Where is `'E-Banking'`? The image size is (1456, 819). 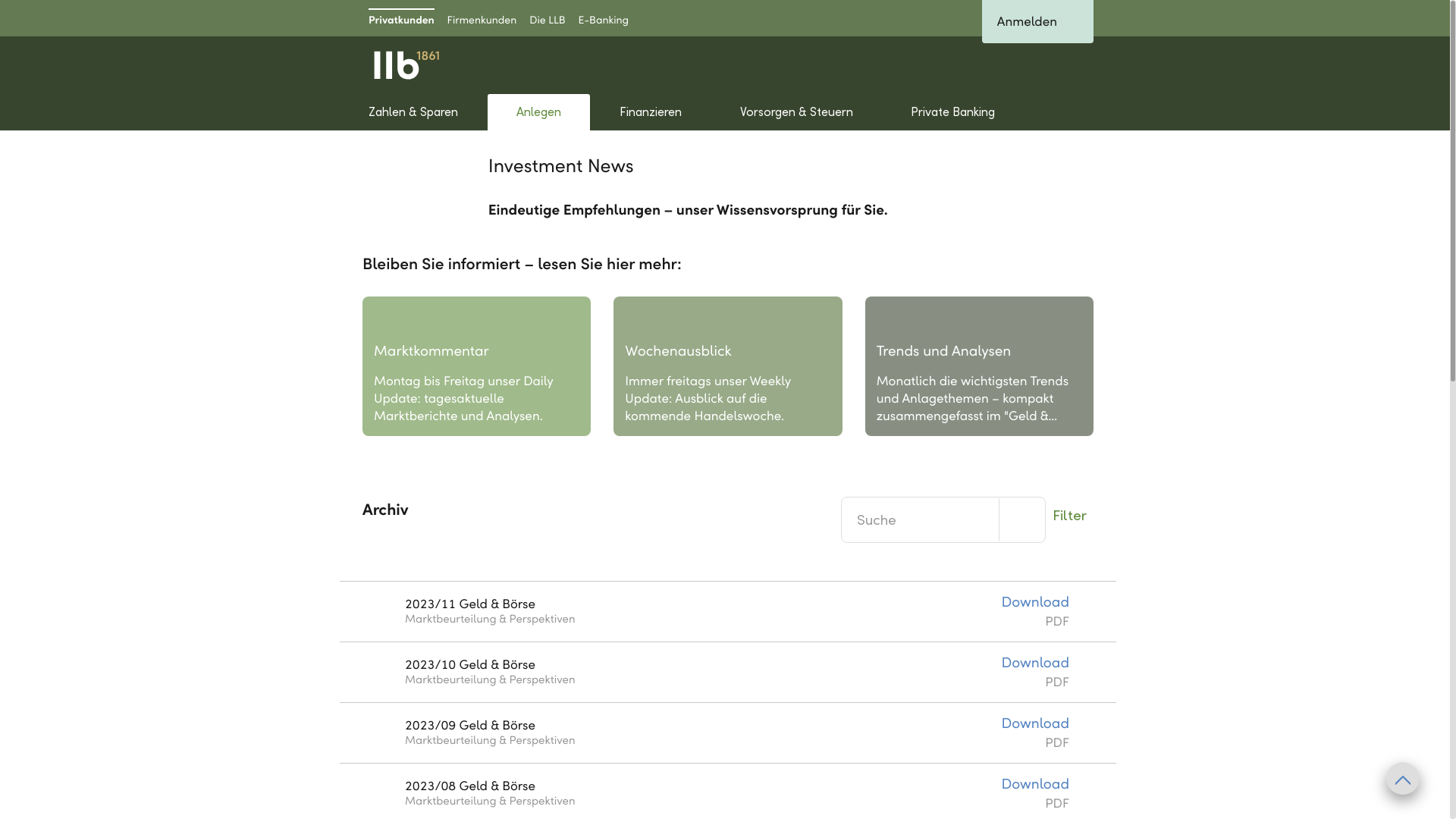
'E-Banking' is located at coordinates (603, 17).